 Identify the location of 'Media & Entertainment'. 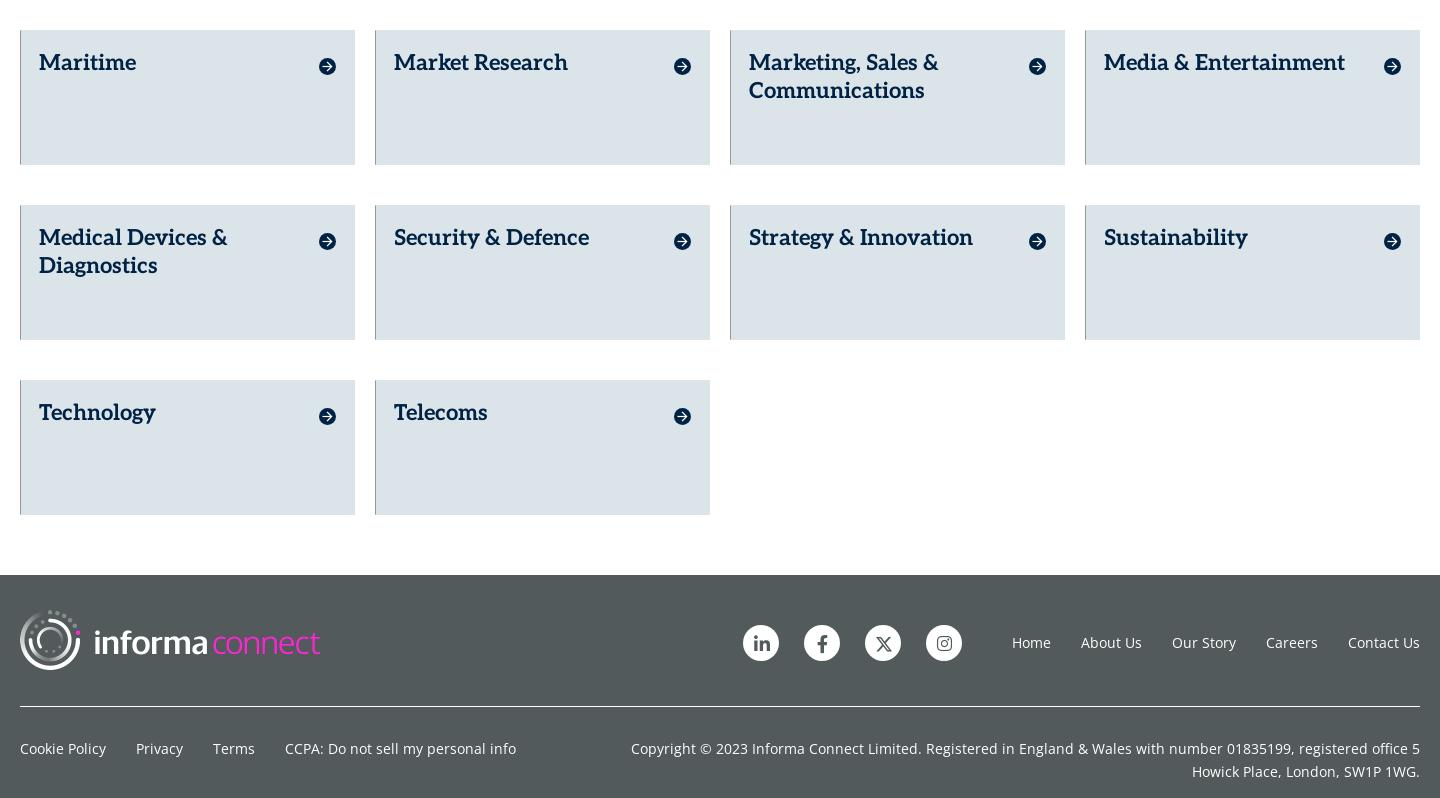
(1103, 48).